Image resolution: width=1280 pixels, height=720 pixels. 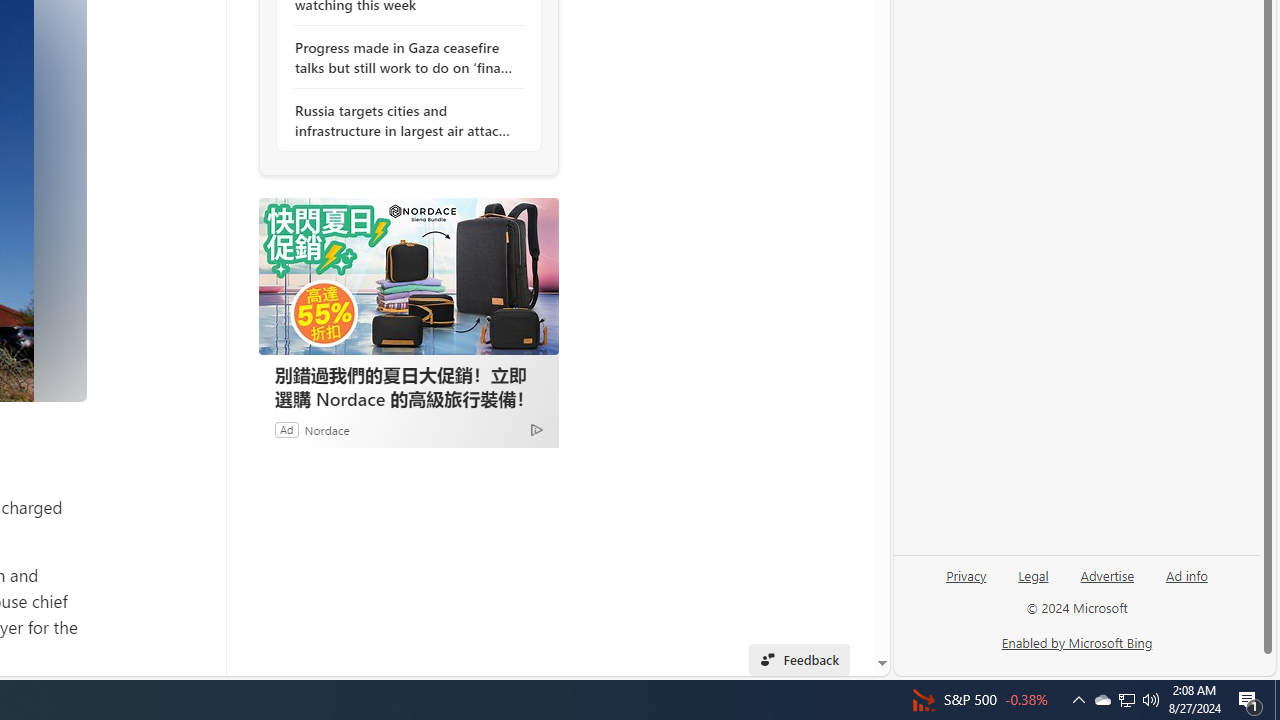 What do you see at coordinates (1033, 583) in the screenshot?
I see `'Legal'` at bounding box center [1033, 583].